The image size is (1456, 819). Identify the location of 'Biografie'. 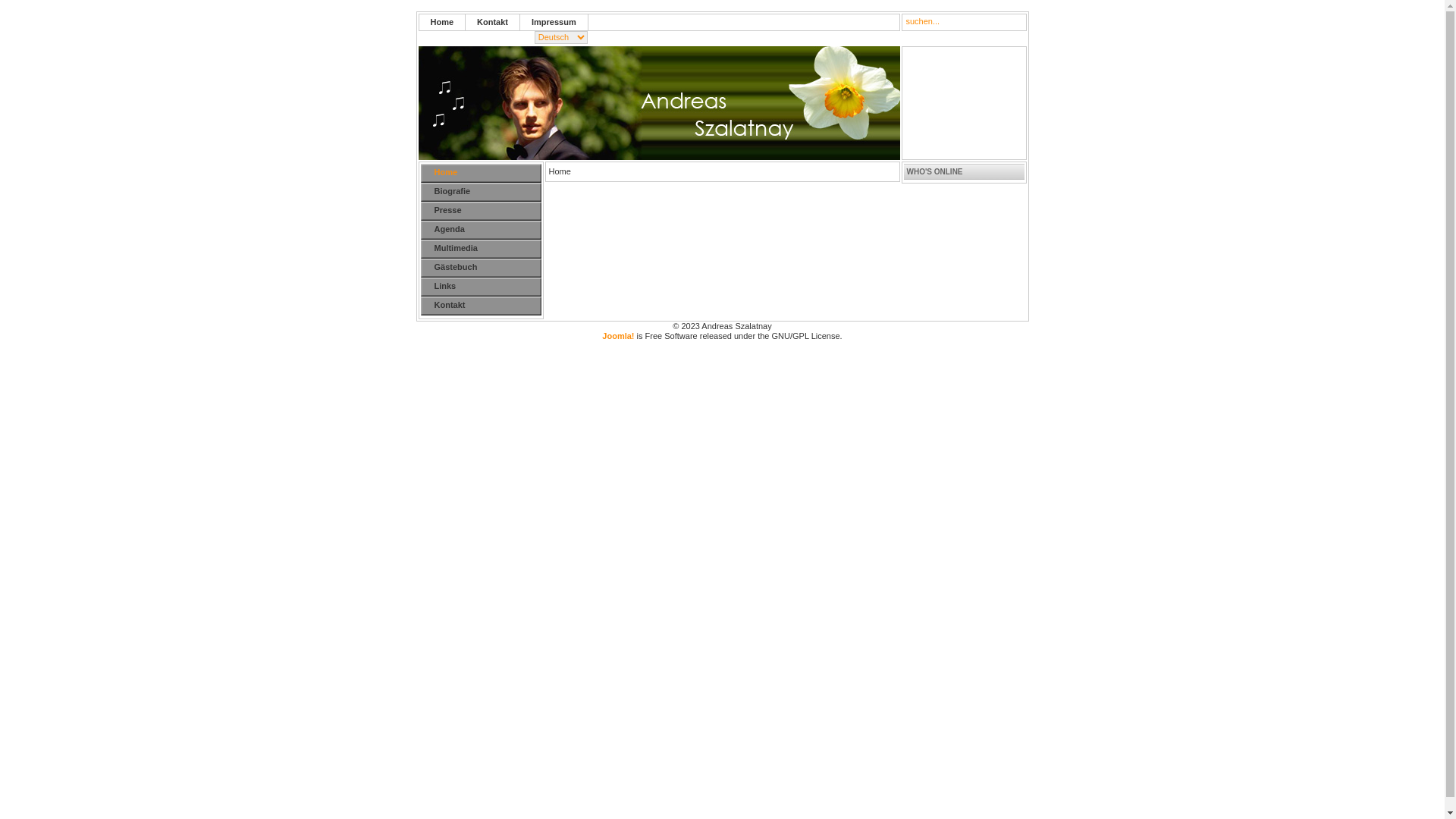
(487, 191).